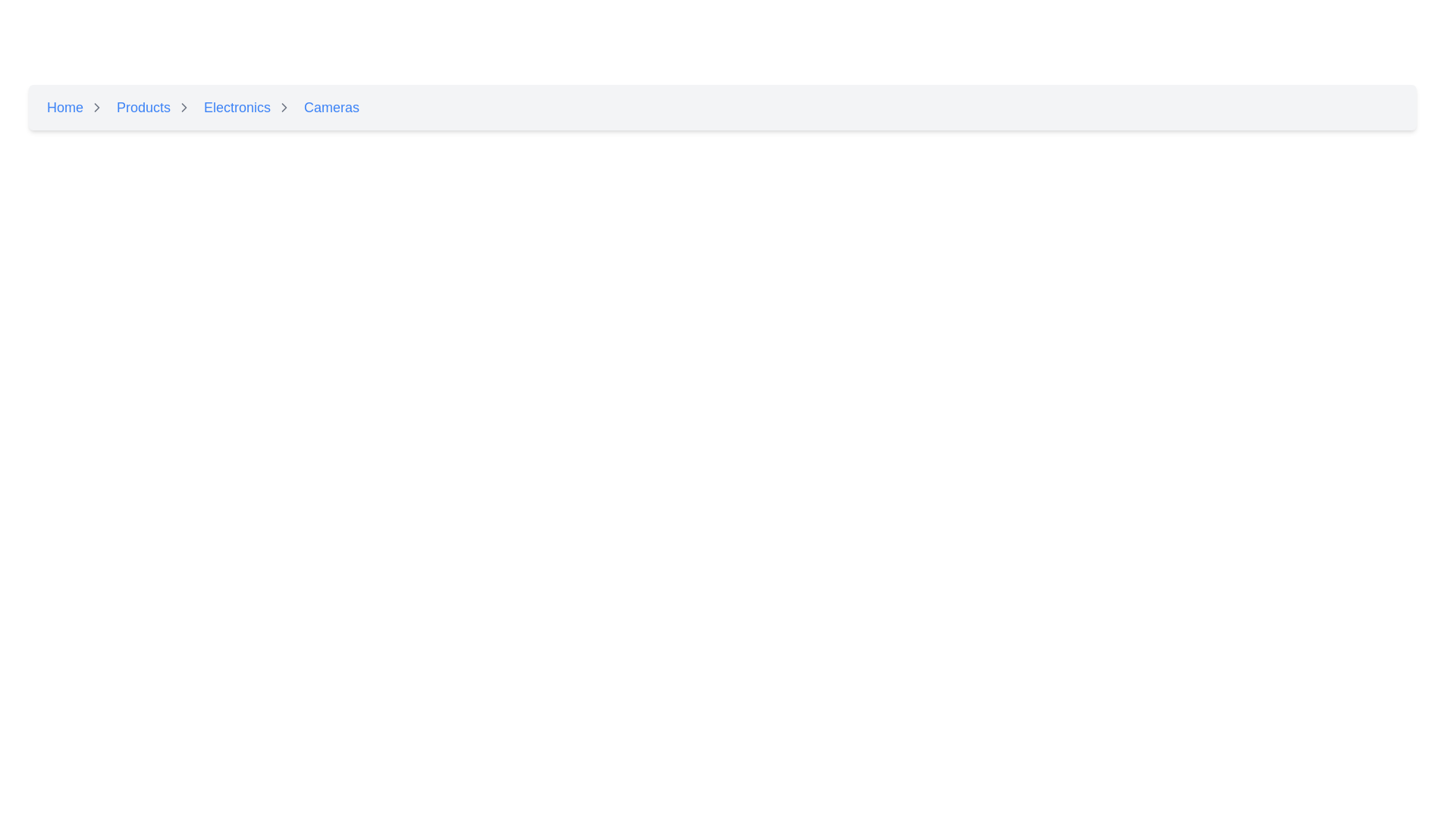  I want to click on the 'Cameras' hyperlink in the breadcrumb navigation bar, which is the fourth item after 'Home', 'Products', and 'Electronics', so click(331, 107).